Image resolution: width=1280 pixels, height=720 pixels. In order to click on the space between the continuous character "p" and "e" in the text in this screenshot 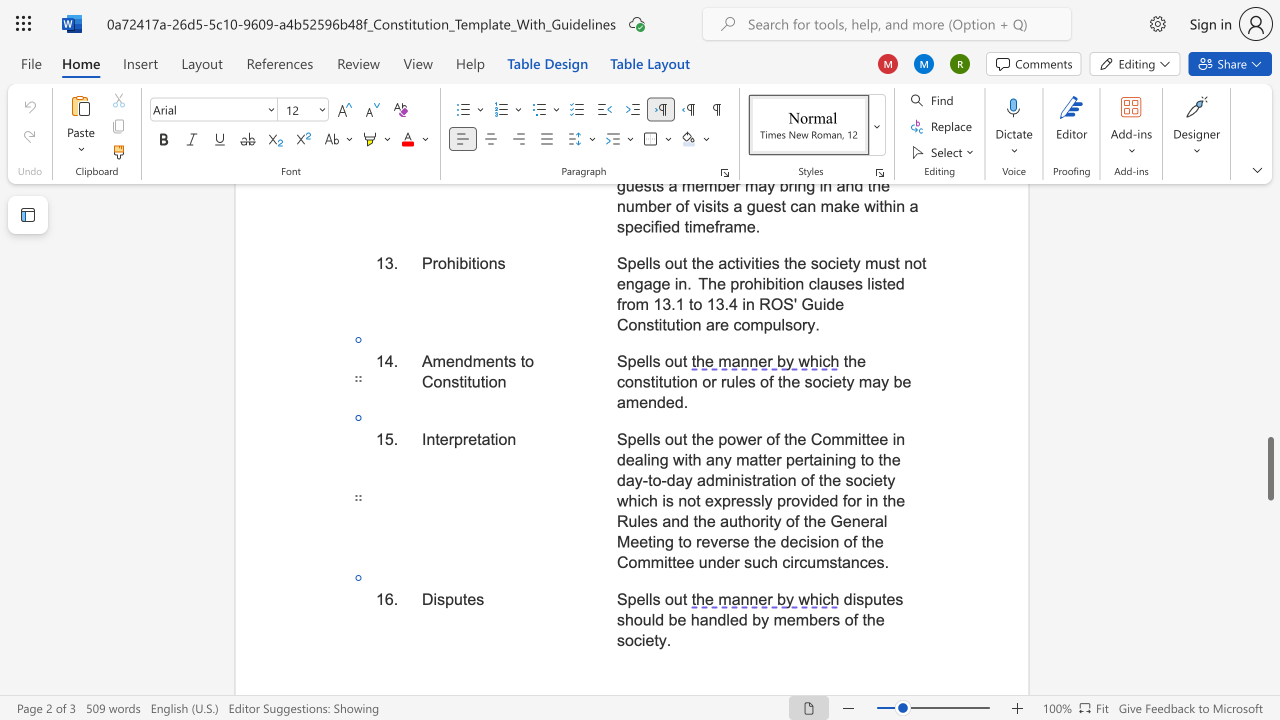, I will do `click(793, 460)`.